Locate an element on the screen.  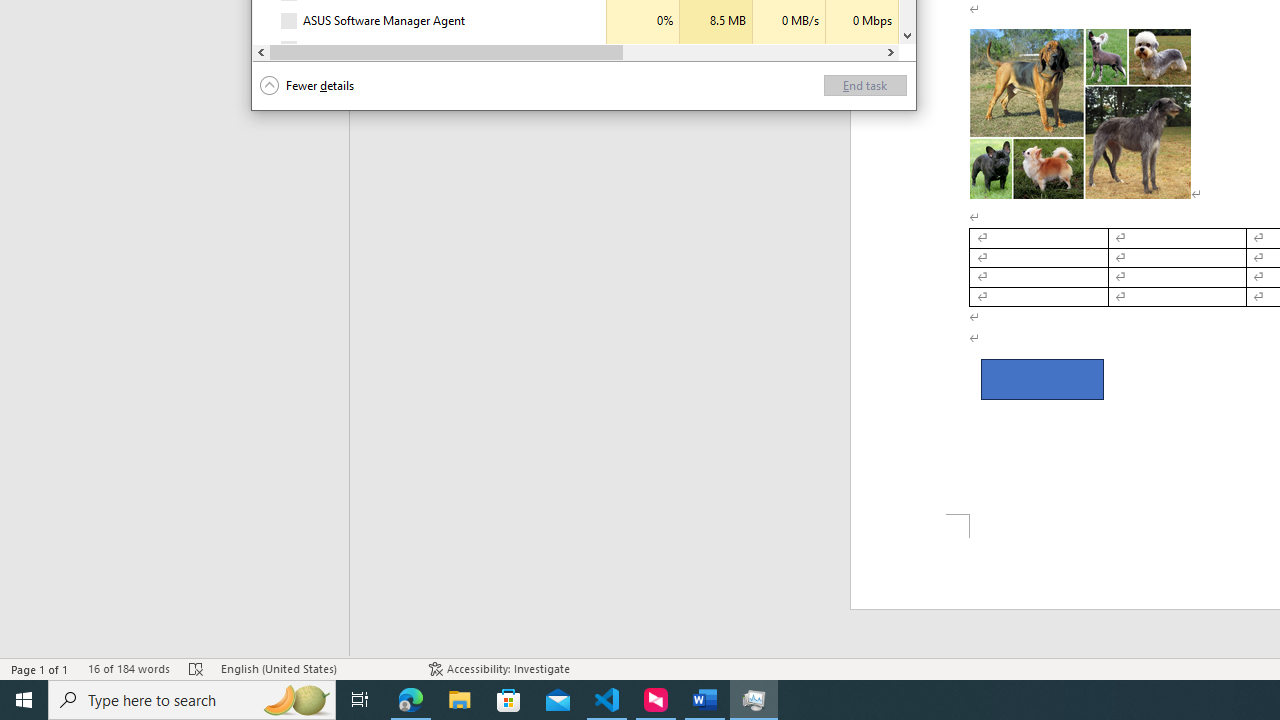
'File Explorer' is located at coordinates (459, 698).